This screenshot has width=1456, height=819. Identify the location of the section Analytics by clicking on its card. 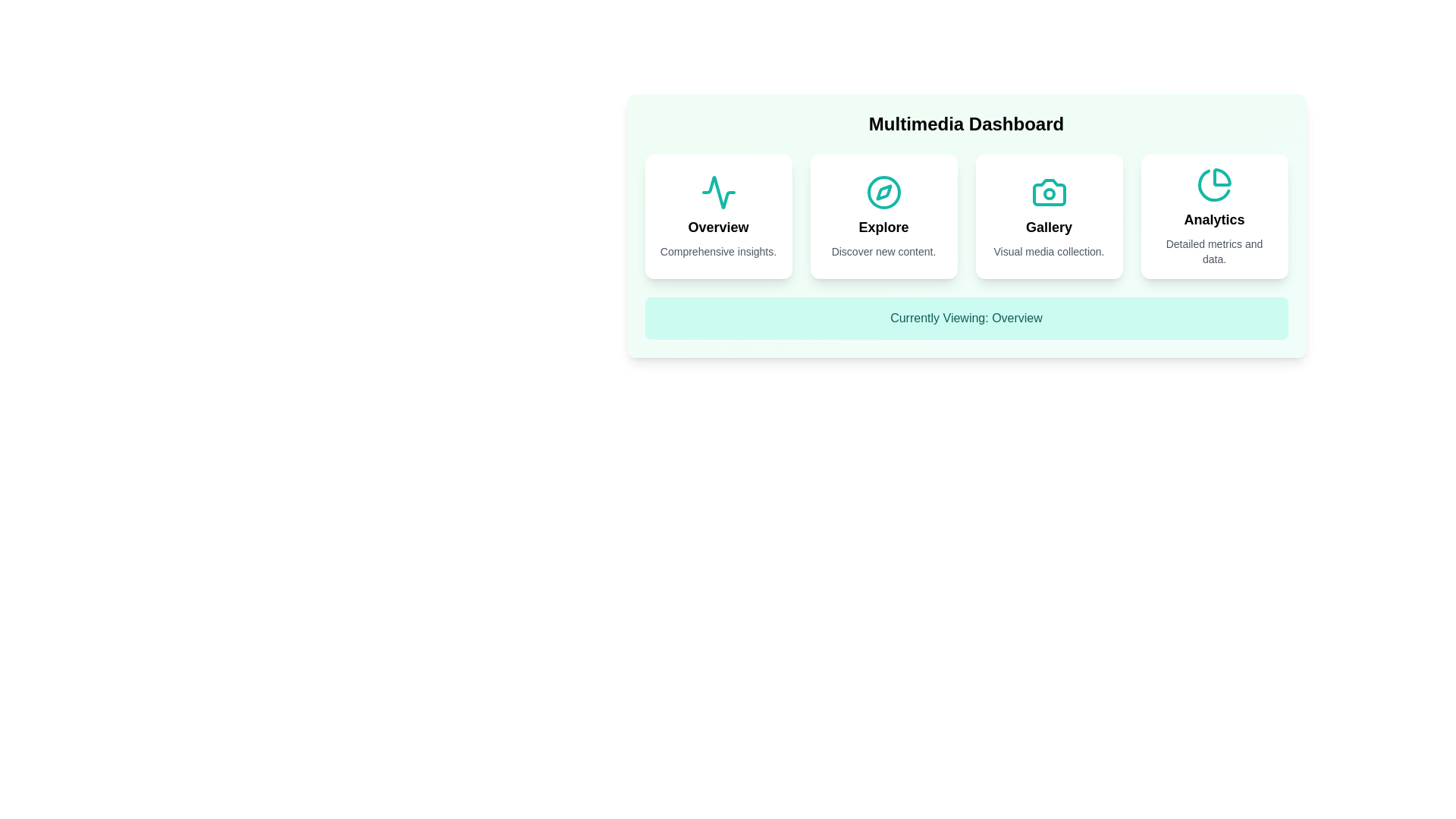
(1214, 216).